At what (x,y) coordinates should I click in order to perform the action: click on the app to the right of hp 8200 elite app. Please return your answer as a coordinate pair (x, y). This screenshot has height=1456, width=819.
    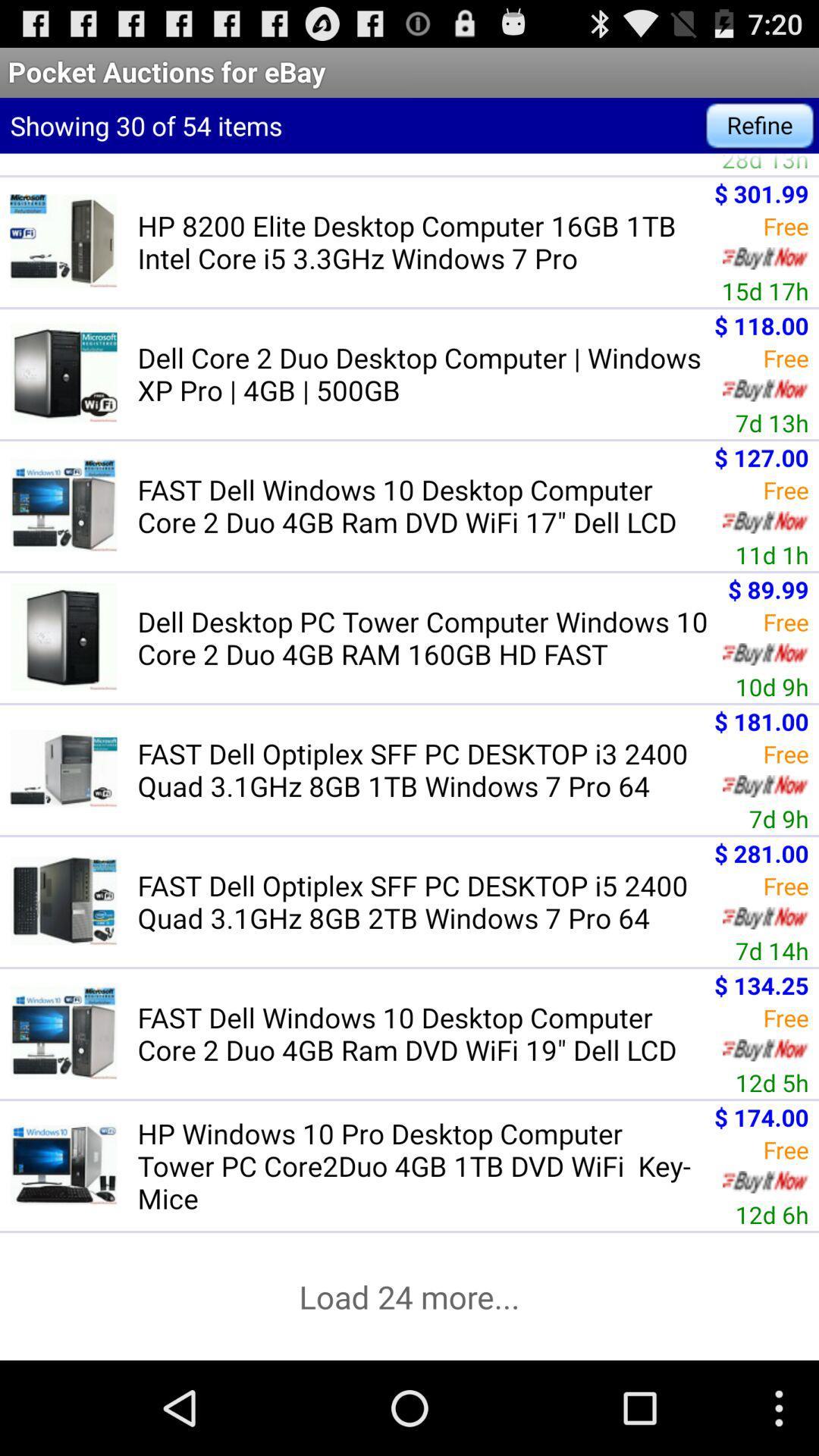
    Looking at the image, I should click on (765, 290).